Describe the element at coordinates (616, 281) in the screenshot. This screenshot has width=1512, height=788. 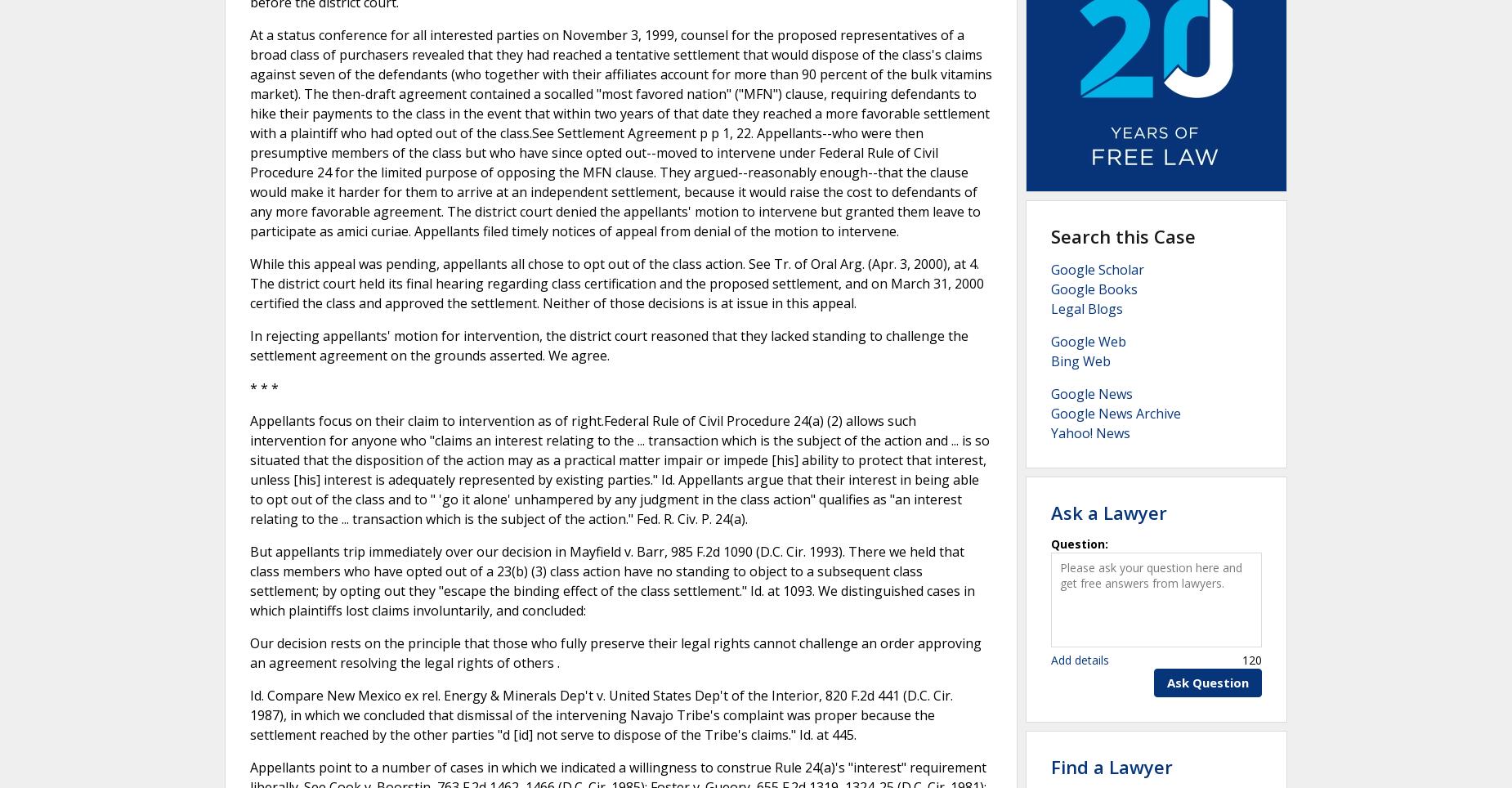
I see `'While this appeal was pending, appellants all chose to opt out of the class action. See Tr. of Oral Arg. (Apr. 3, 2000), at 4. The district court held its final hearing regarding class certification and the proposed settlement, and on March 31, 2000 certified the class and approved the settlement. Neither of those decisions is at issue in this appeal.'` at that location.